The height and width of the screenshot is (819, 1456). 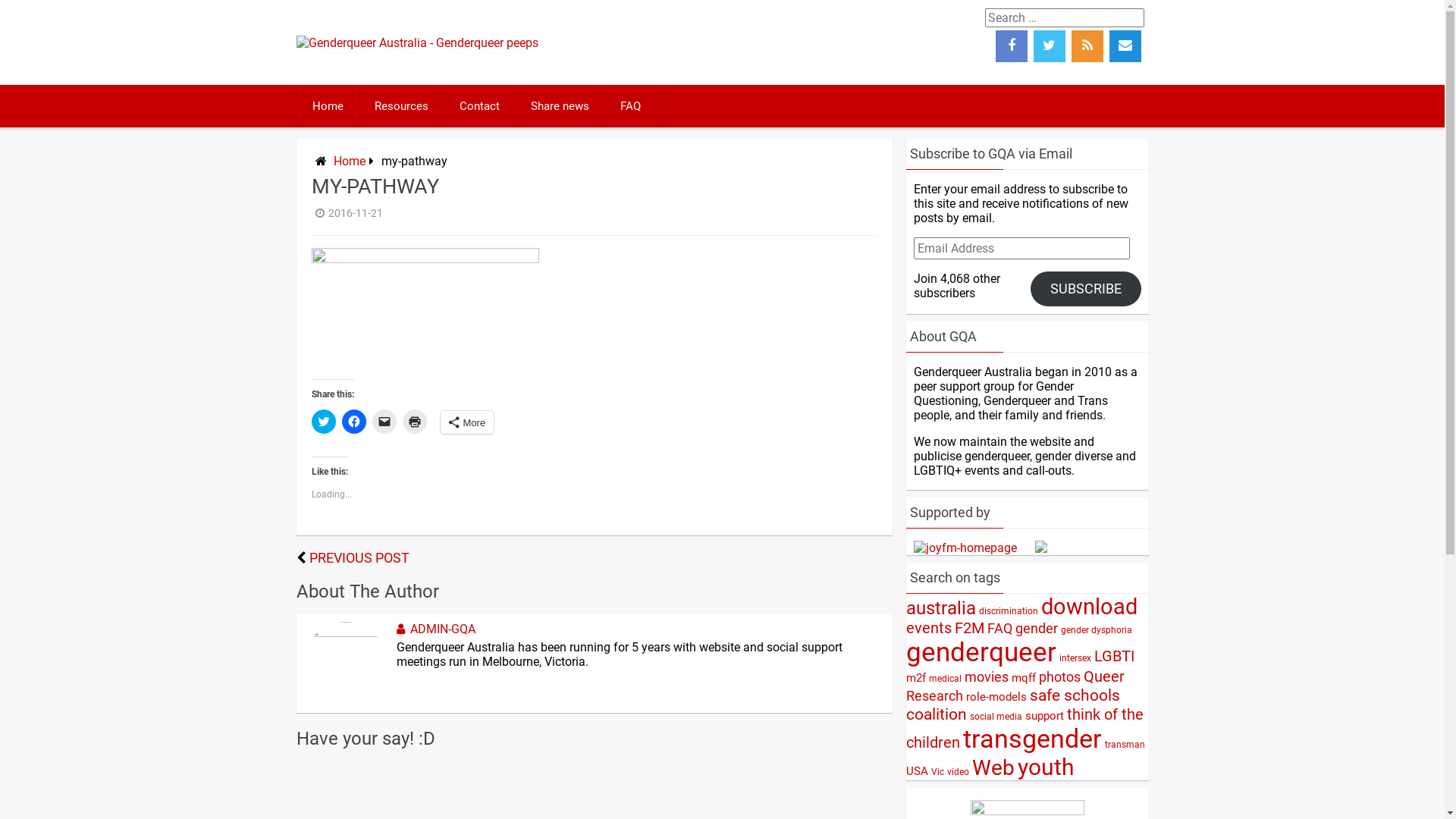 What do you see at coordinates (359, 558) in the screenshot?
I see `'PREVIOUS POST'` at bounding box center [359, 558].